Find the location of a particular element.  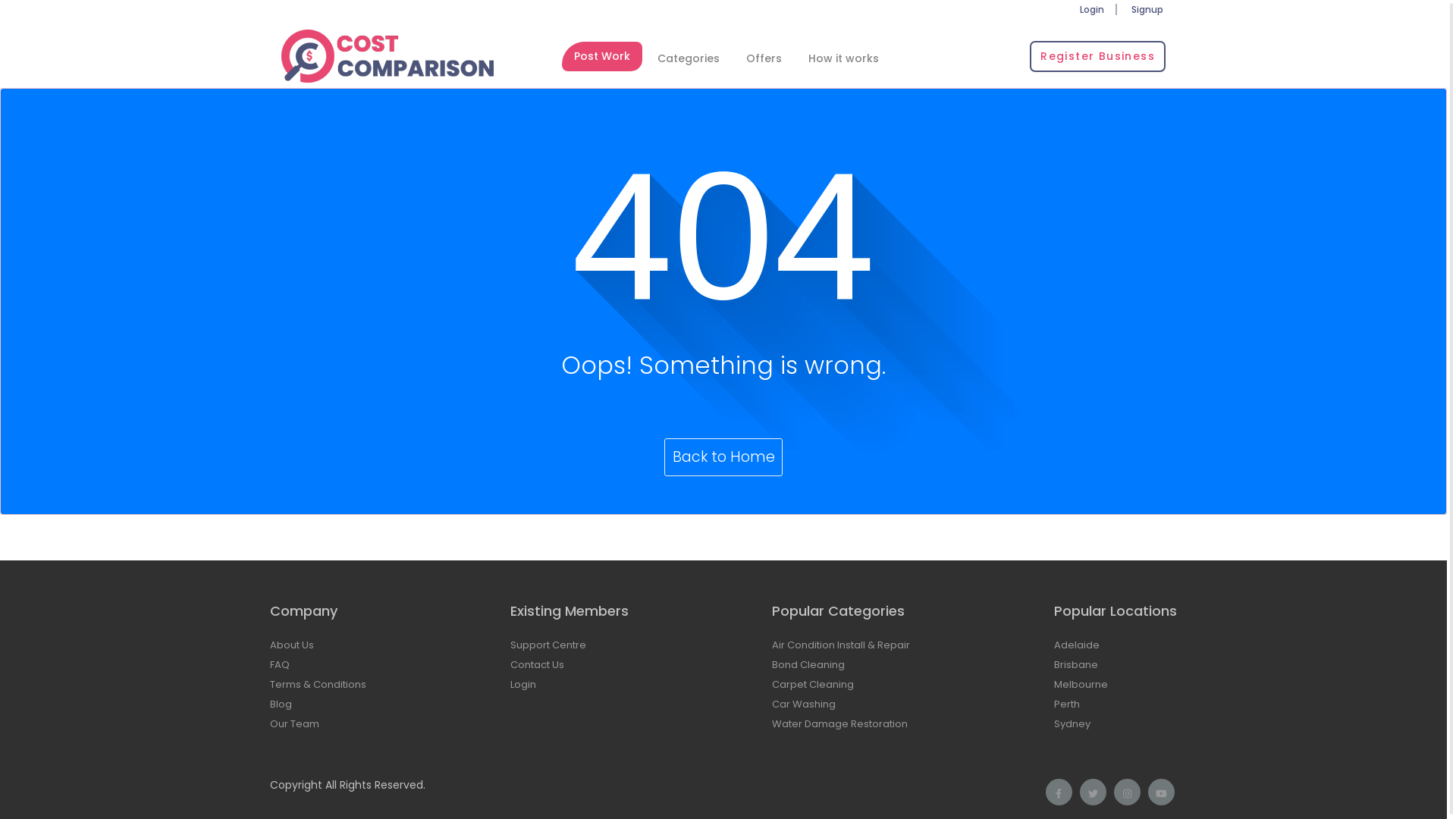

'Blog' is located at coordinates (269, 704).